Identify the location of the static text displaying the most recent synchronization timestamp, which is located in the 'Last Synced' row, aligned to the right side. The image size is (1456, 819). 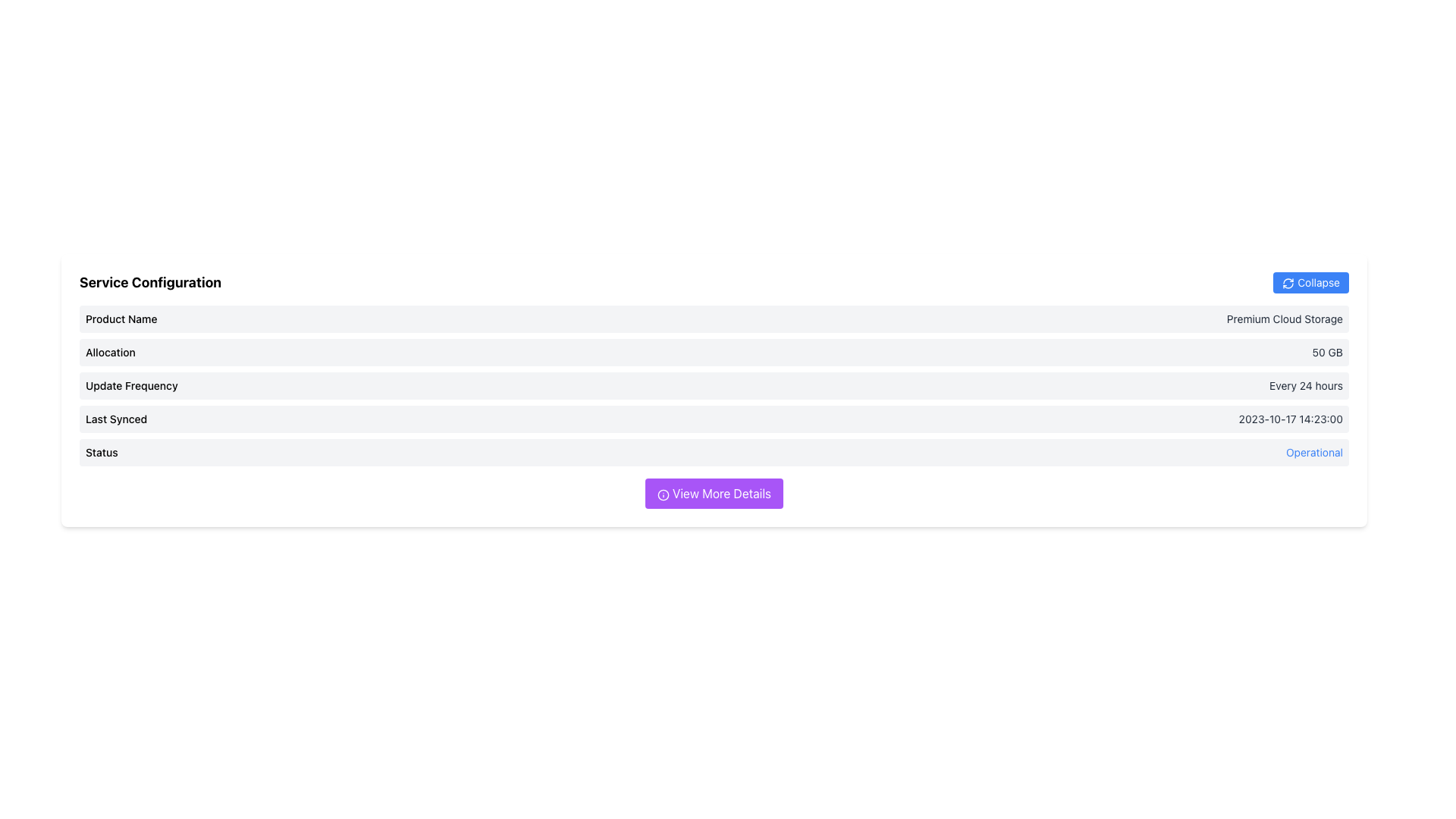
(1290, 419).